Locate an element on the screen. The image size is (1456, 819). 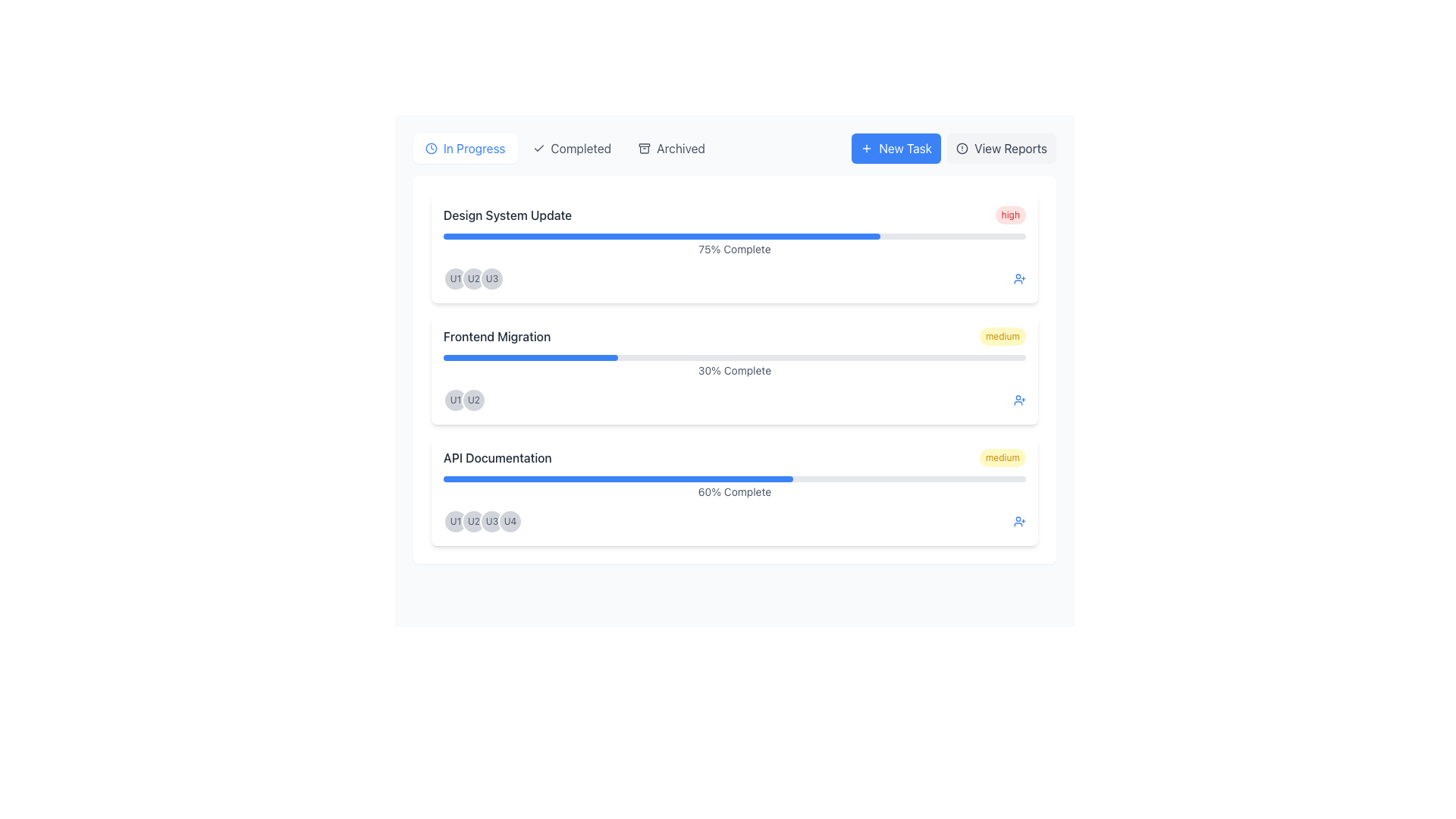
the 'In Progress' status icon located to the left of the 'In Progress' text in the top-left section of the interface is located at coordinates (431, 149).